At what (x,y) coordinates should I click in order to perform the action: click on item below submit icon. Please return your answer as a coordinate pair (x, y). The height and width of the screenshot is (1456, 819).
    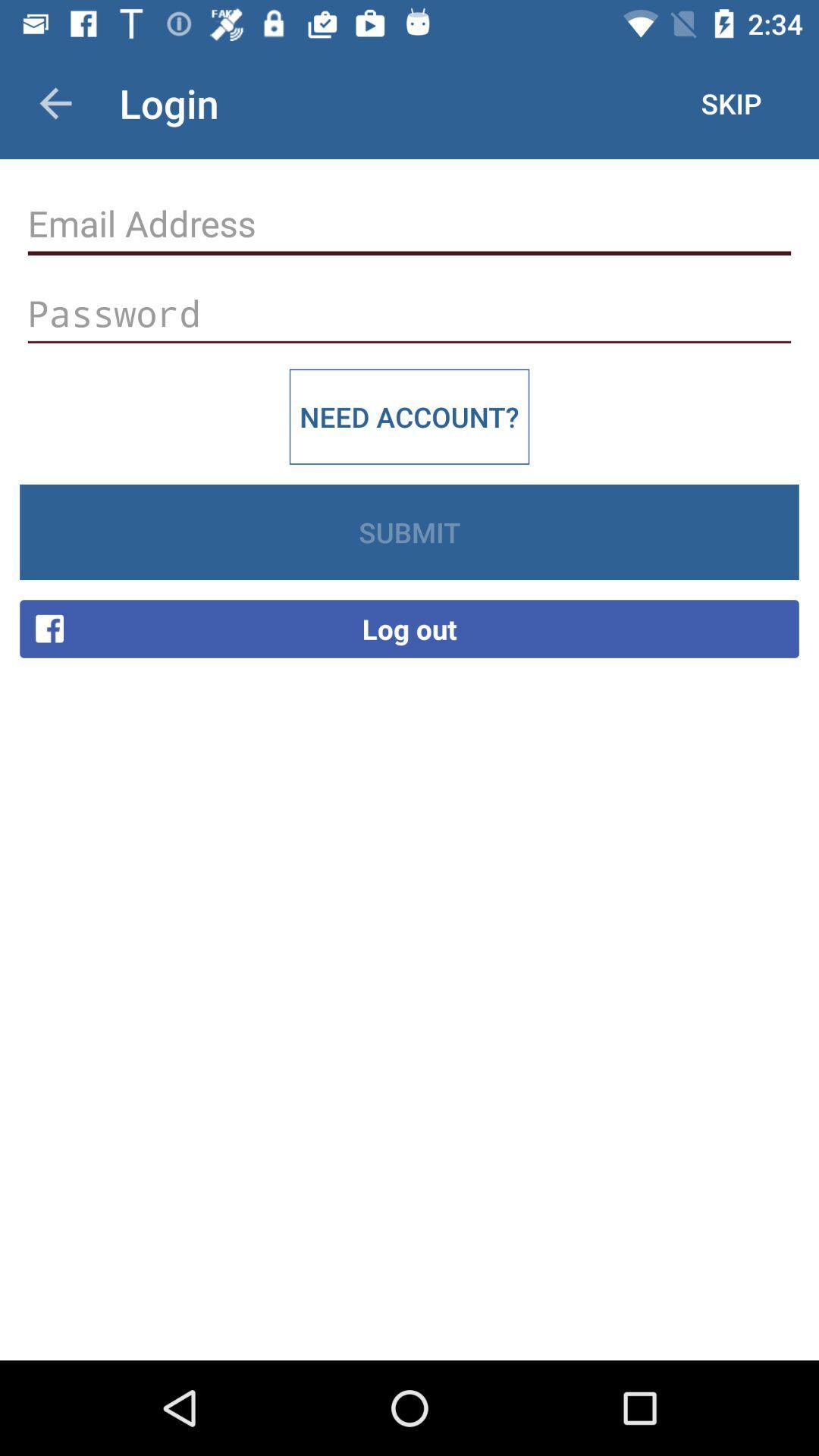
    Looking at the image, I should click on (409, 629).